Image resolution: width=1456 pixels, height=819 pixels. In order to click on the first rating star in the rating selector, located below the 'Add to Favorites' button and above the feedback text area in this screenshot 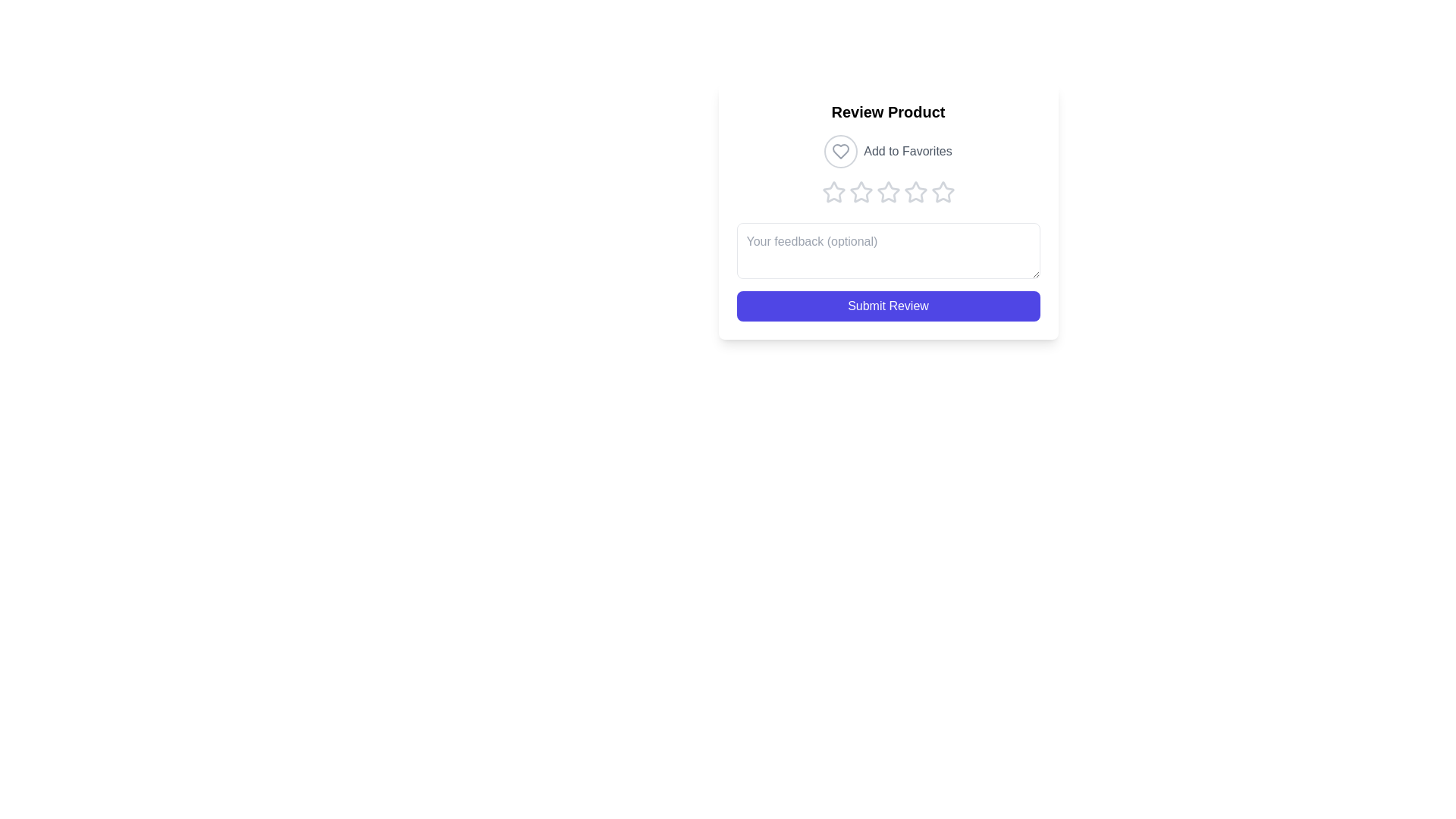, I will do `click(833, 191)`.